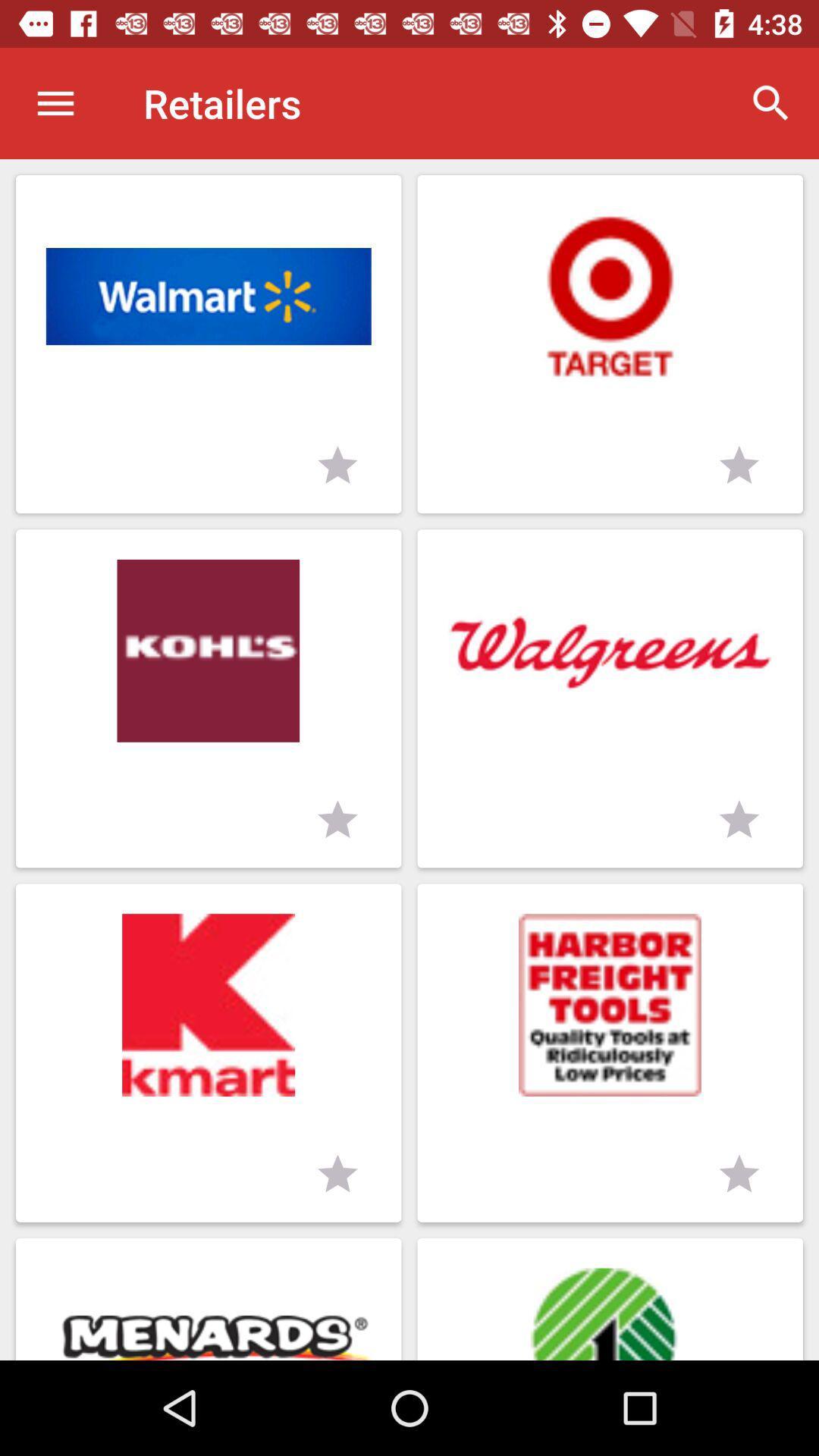 This screenshot has height=1456, width=819. Describe the element at coordinates (739, 1174) in the screenshot. I see `star in third row second image` at that location.